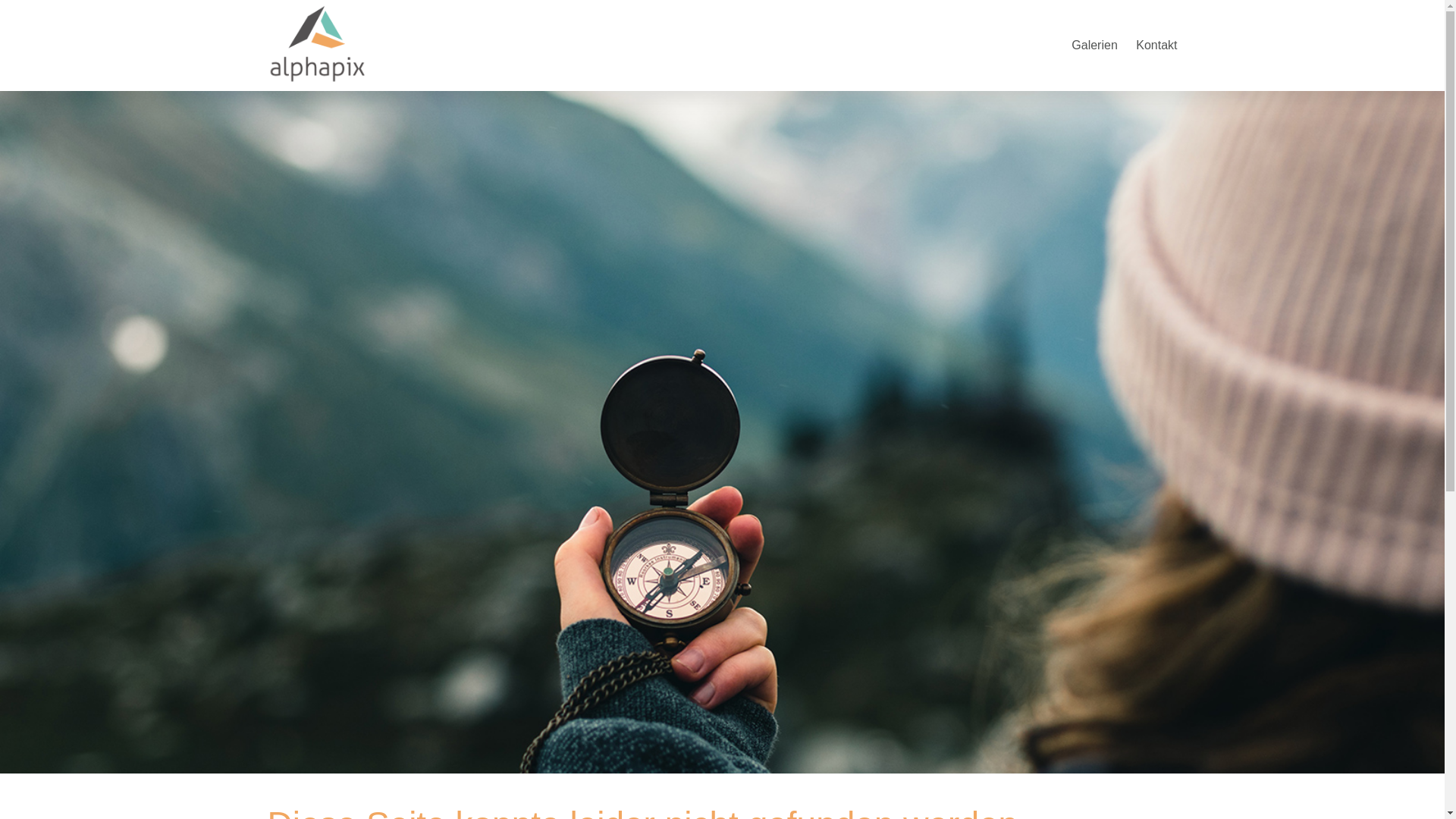 The image size is (1456, 819). Describe the element at coordinates (266, 42) in the screenshot. I see `'Home'` at that location.